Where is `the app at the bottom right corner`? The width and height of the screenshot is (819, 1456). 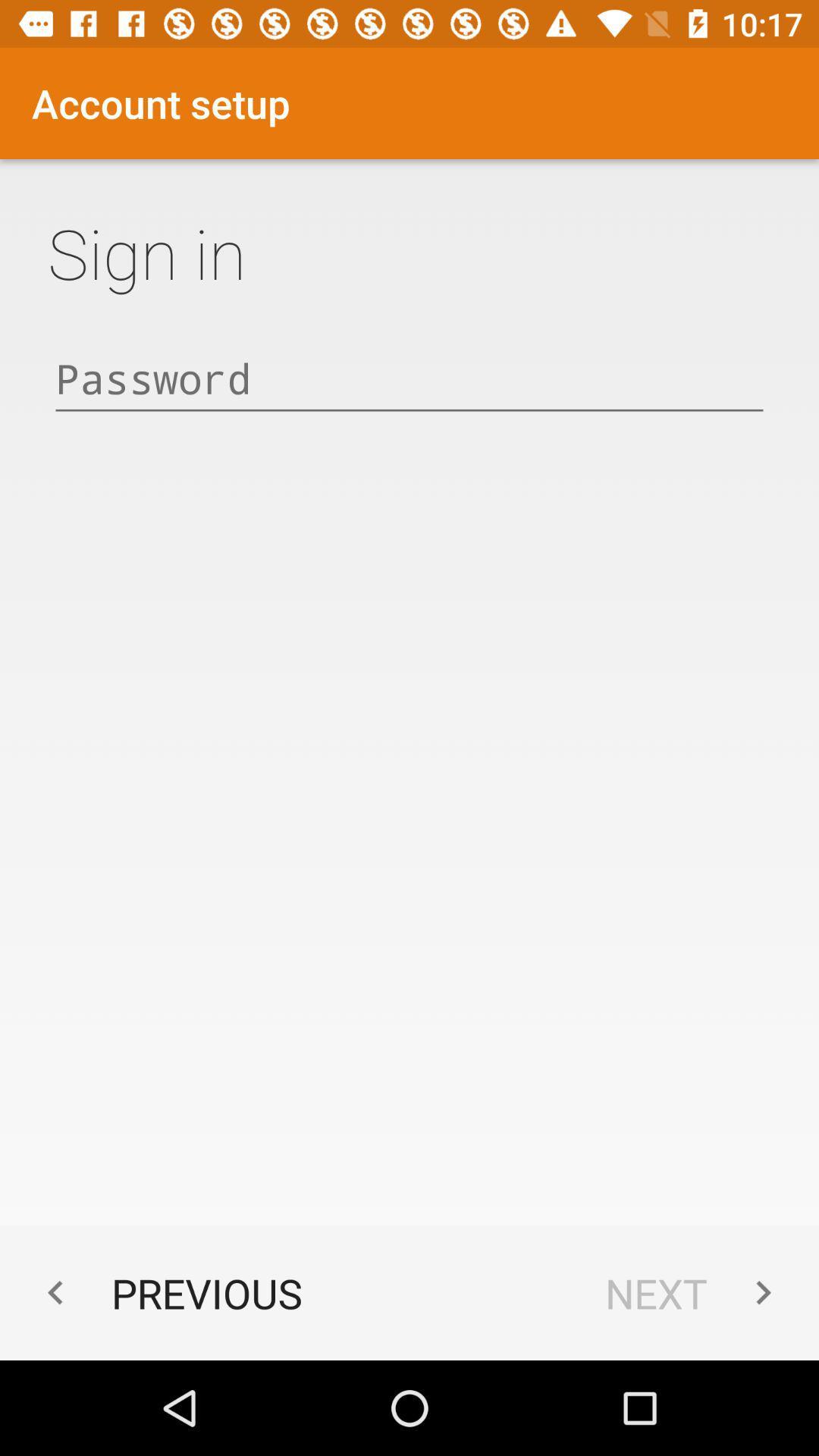 the app at the bottom right corner is located at coordinates (696, 1292).